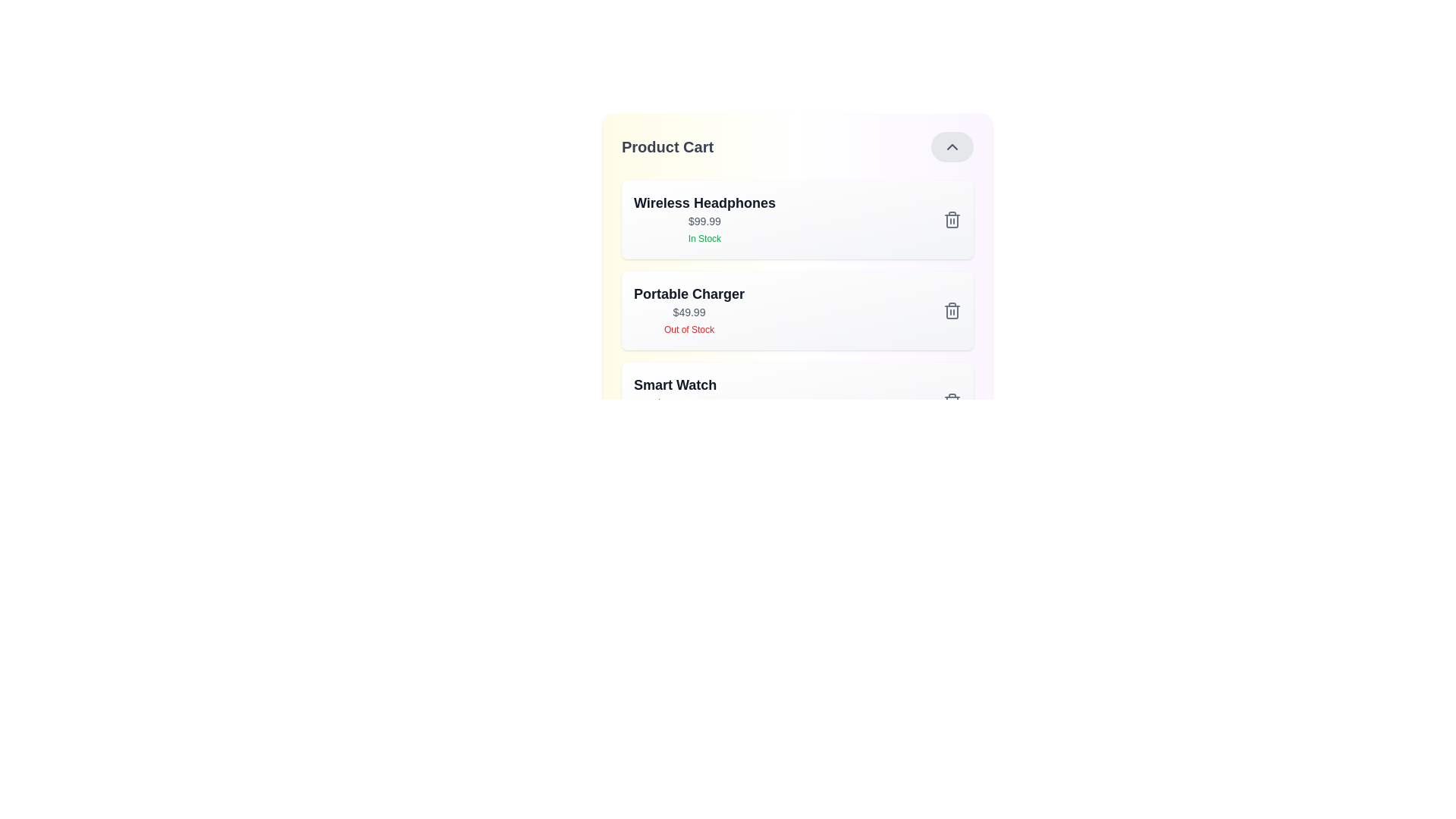  What do you see at coordinates (952, 146) in the screenshot?
I see `toggle button to change the cart visibility` at bounding box center [952, 146].